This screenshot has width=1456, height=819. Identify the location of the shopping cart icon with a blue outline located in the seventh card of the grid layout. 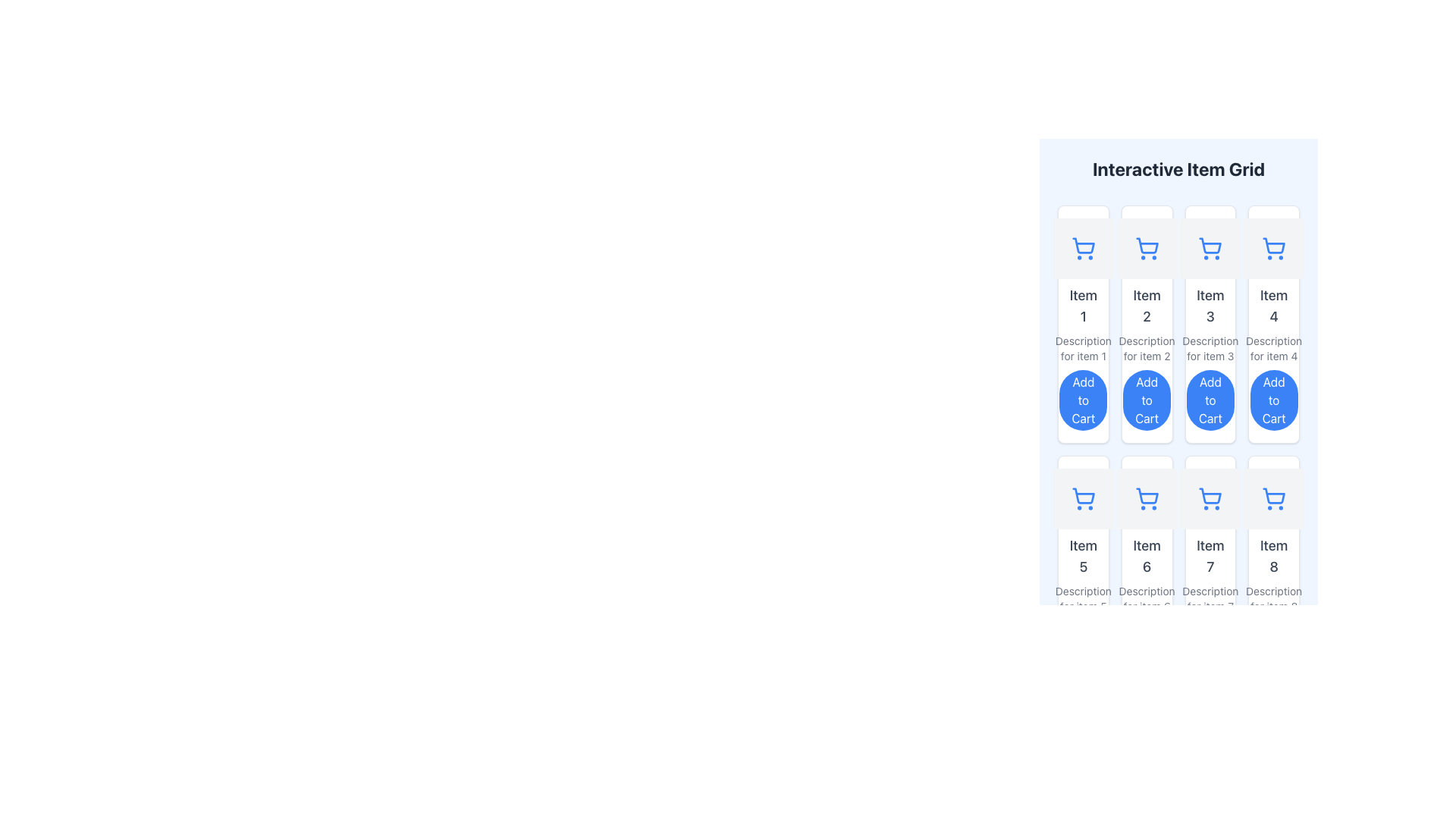
(1210, 499).